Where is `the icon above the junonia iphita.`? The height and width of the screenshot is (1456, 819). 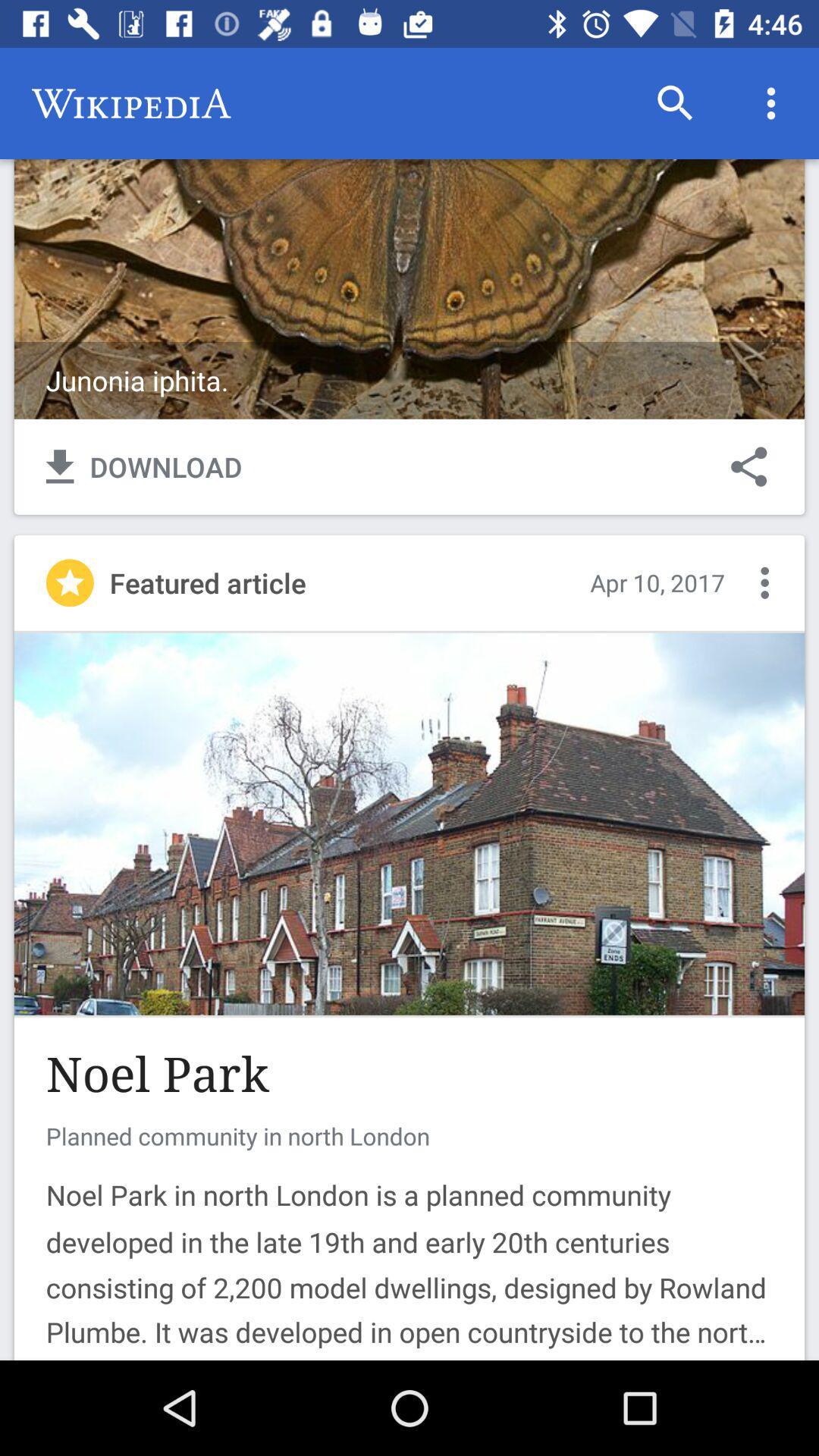
the icon above the junonia iphita. is located at coordinates (675, 102).